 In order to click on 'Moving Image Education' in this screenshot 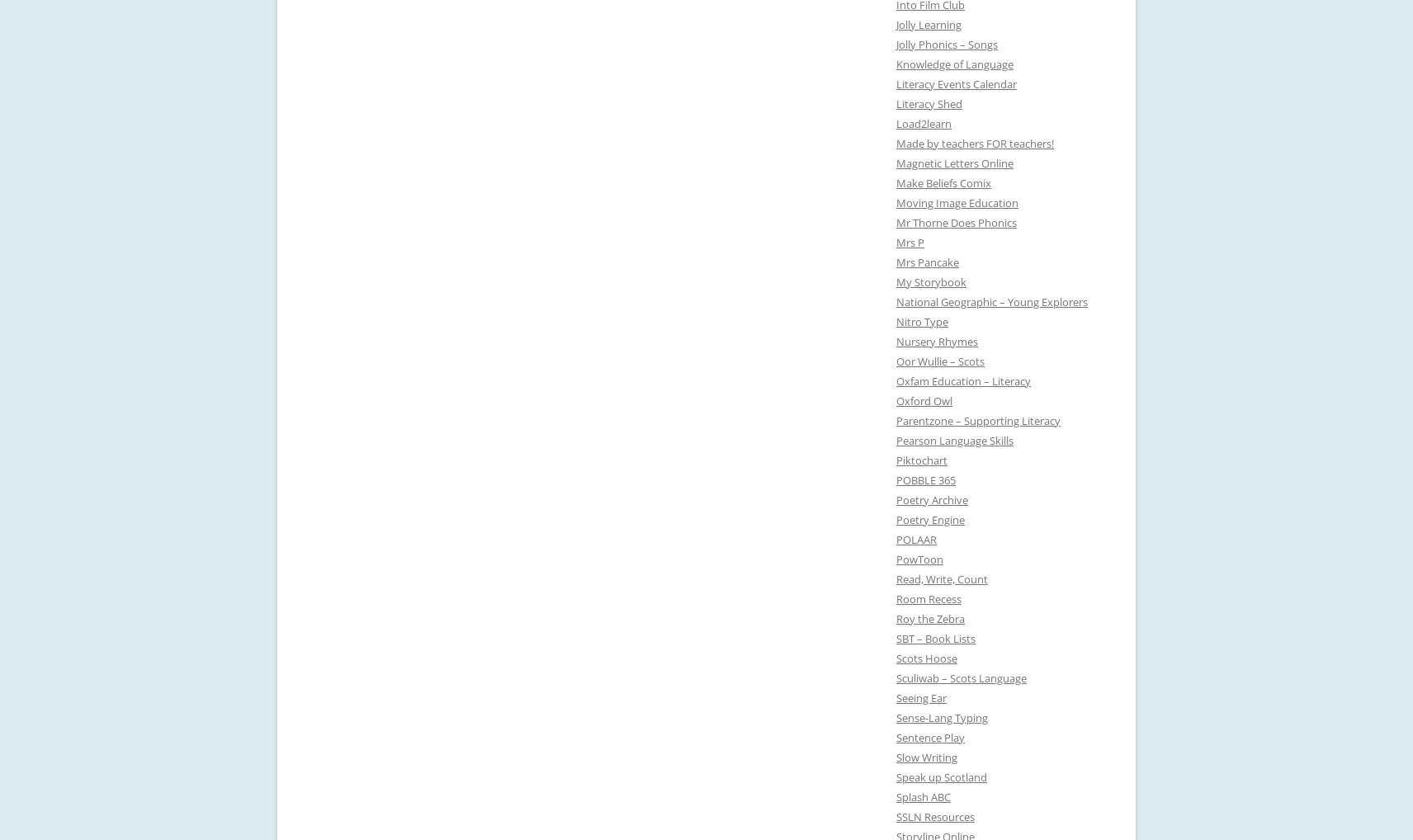, I will do `click(896, 202)`.